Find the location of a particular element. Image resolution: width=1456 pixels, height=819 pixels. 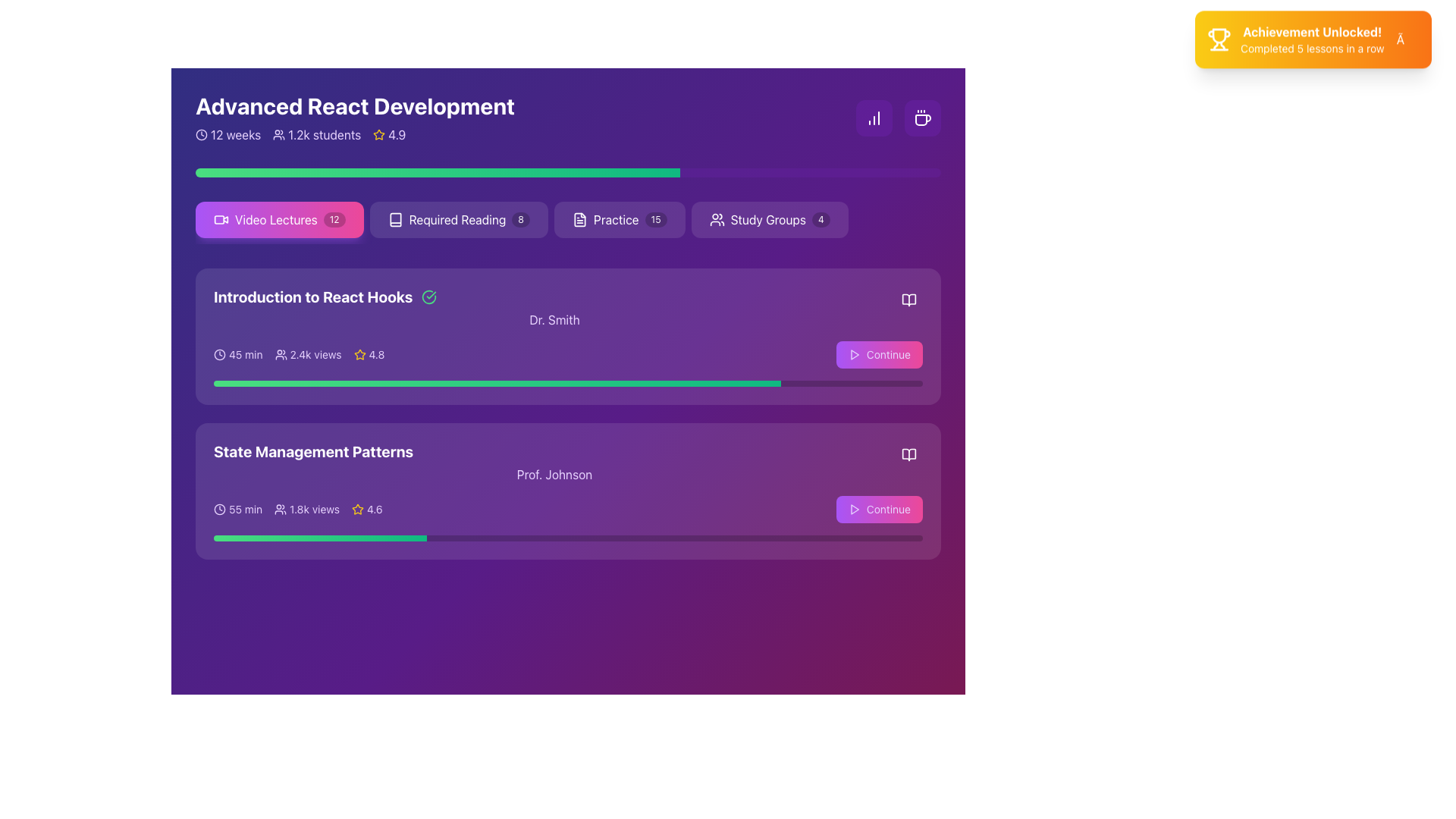

text label 'Continue' within the button that has a gradient background and a rounded rectangle border, located in the top section of the second content block on the right-hand side is located at coordinates (888, 354).